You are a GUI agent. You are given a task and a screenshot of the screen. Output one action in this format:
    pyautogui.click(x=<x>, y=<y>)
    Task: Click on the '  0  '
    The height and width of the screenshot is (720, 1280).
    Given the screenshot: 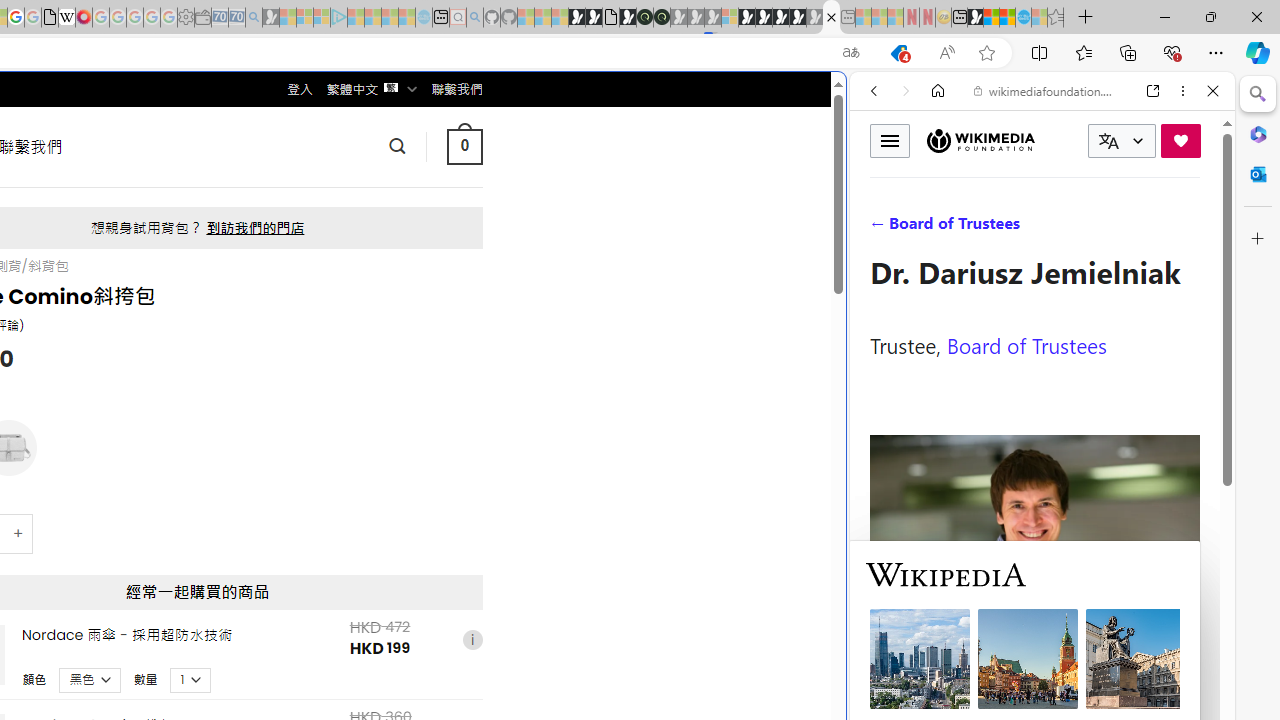 What is the action you would take?
    pyautogui.click(x=463, y=145)
    